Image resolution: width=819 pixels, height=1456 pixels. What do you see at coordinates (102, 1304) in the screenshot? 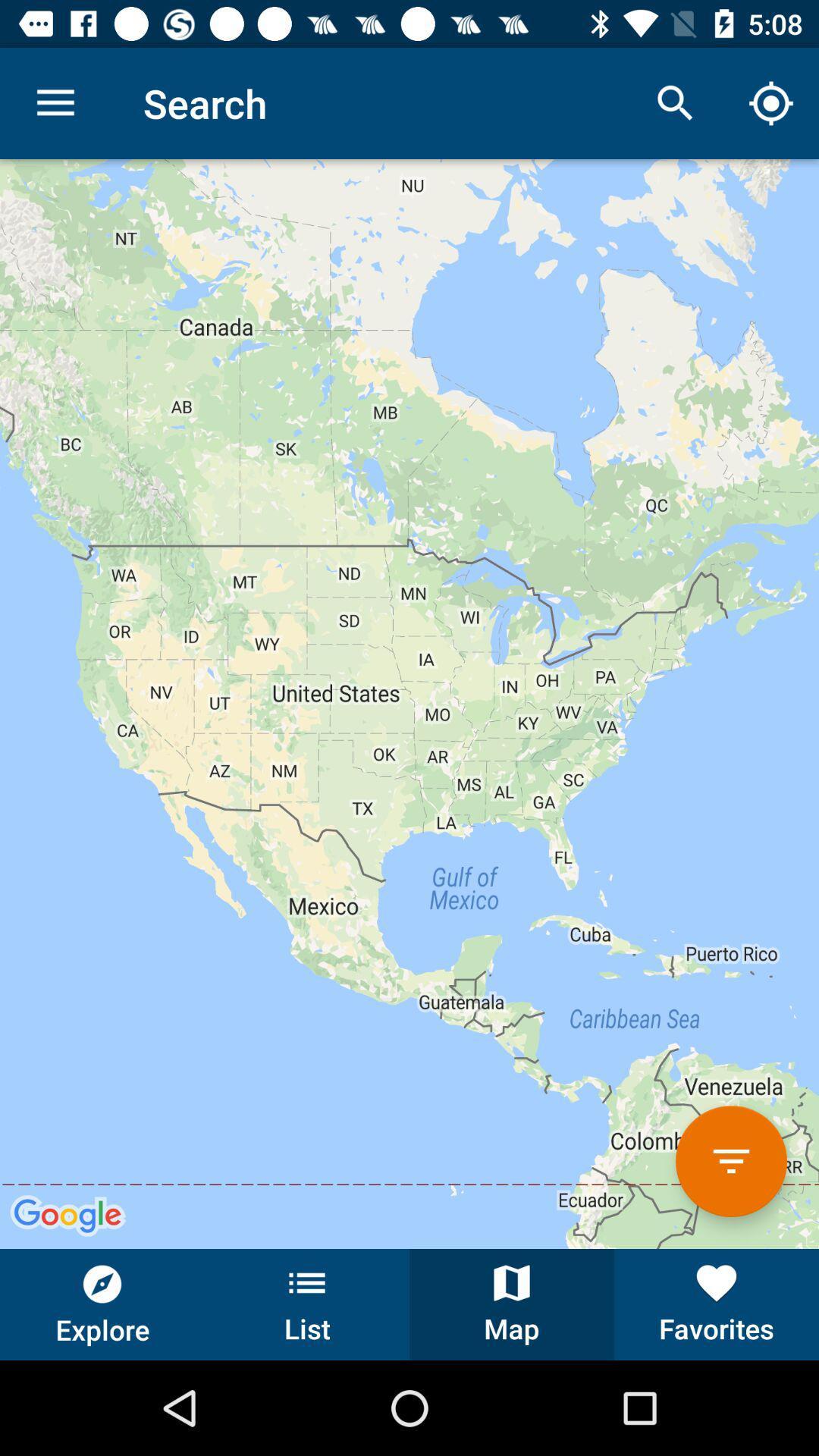
I see `item next to list button` at bounding box center [102, 1304].